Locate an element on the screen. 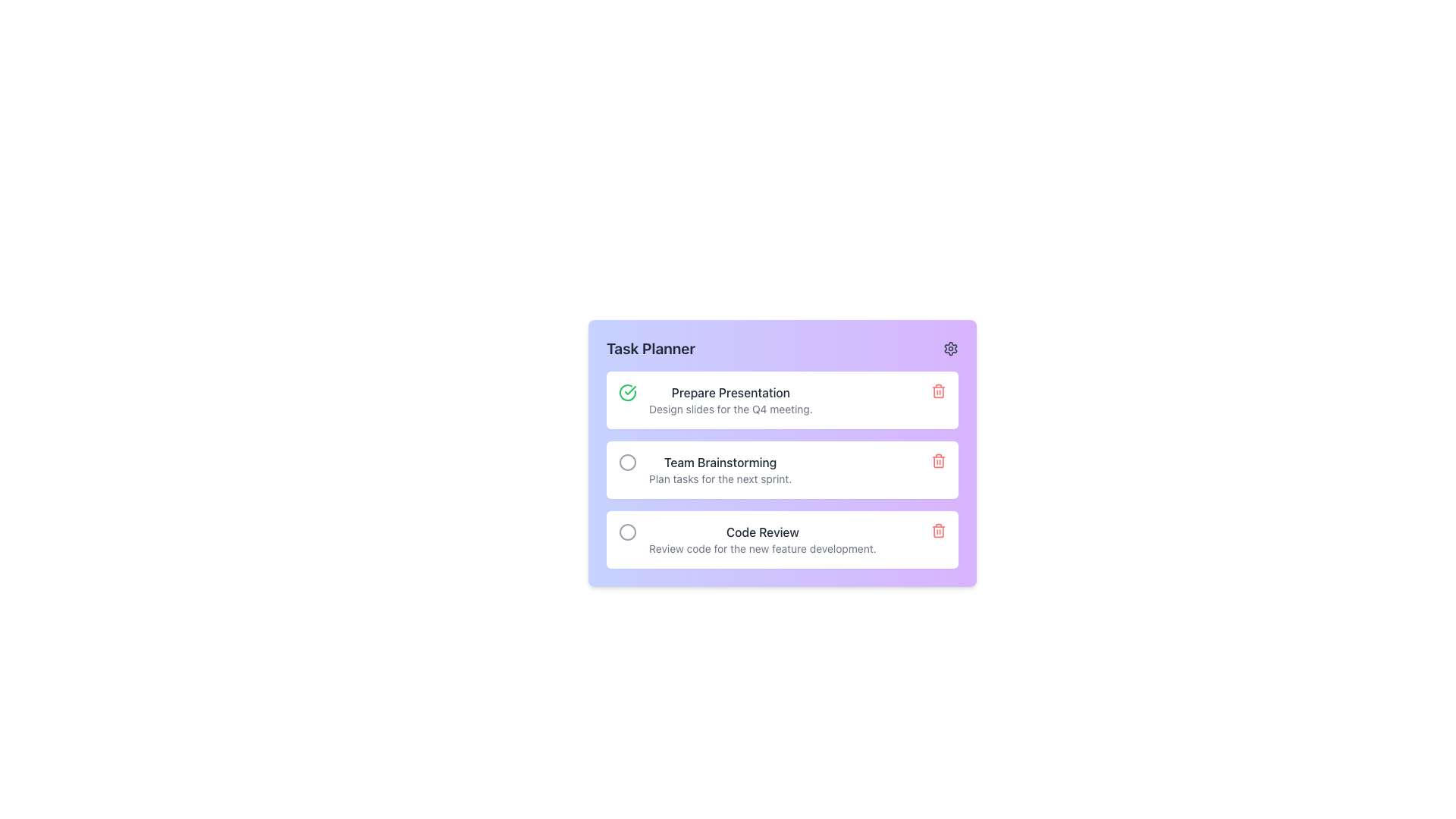 The width and height of the screenshot is (1456, 819). the completion icon located to the left of the task title 'Prepare Presentation' is located at coordinates (628, 391).